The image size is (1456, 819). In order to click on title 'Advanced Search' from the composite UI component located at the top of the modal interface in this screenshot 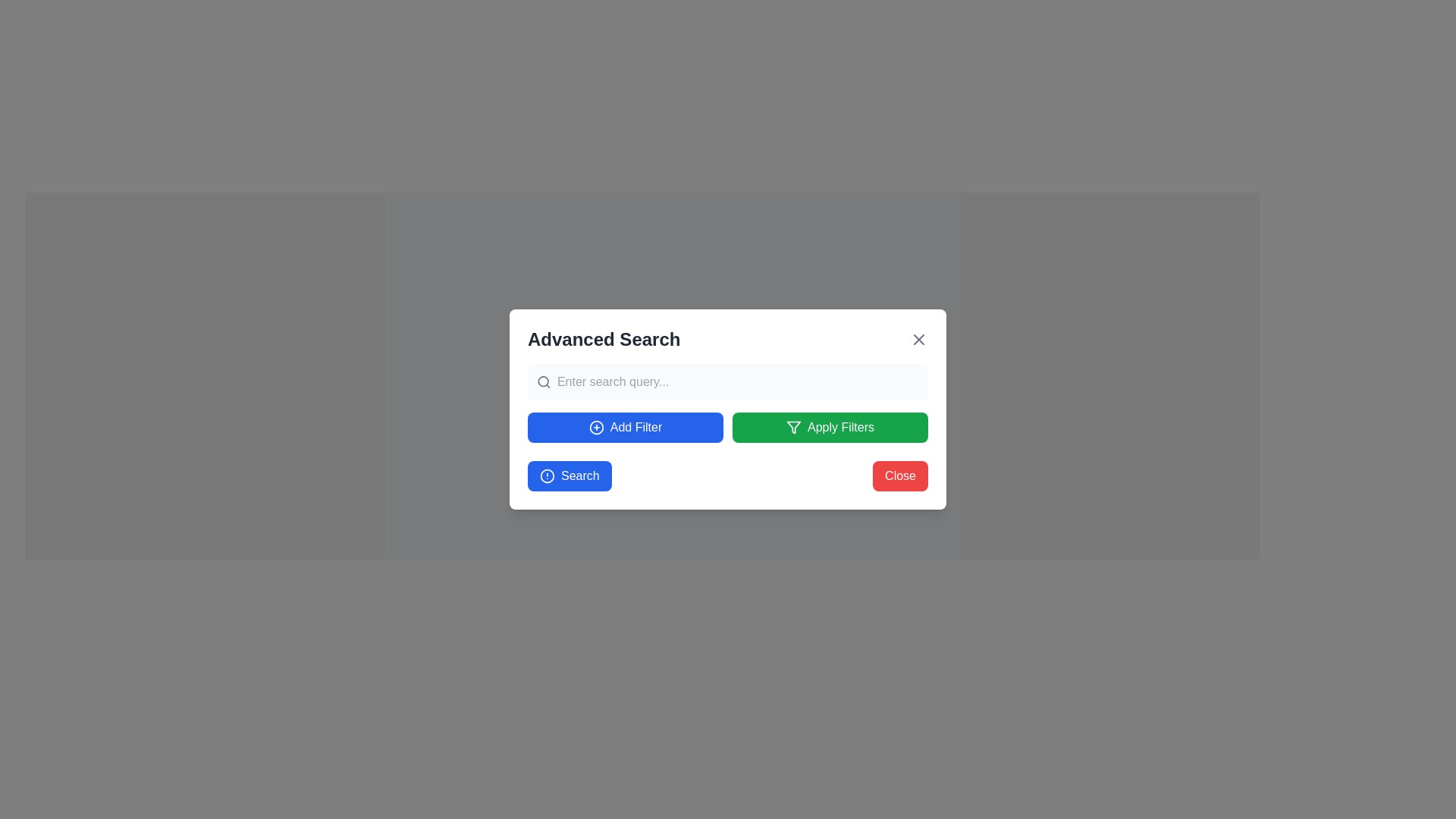, I will do `click(728, 338)`.